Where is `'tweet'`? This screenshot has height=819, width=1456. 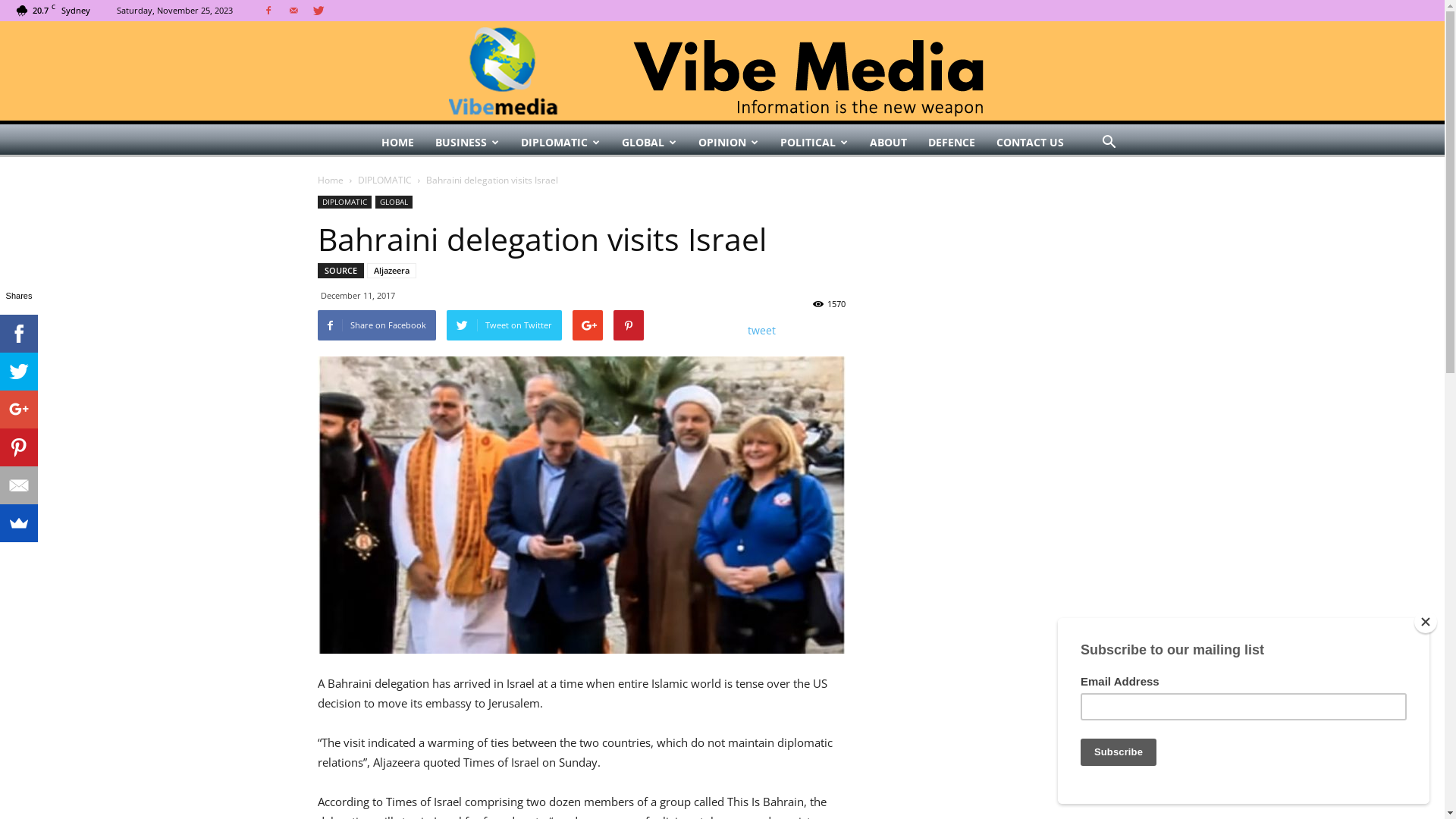
'tweet' is located at coordinates (761, 329).